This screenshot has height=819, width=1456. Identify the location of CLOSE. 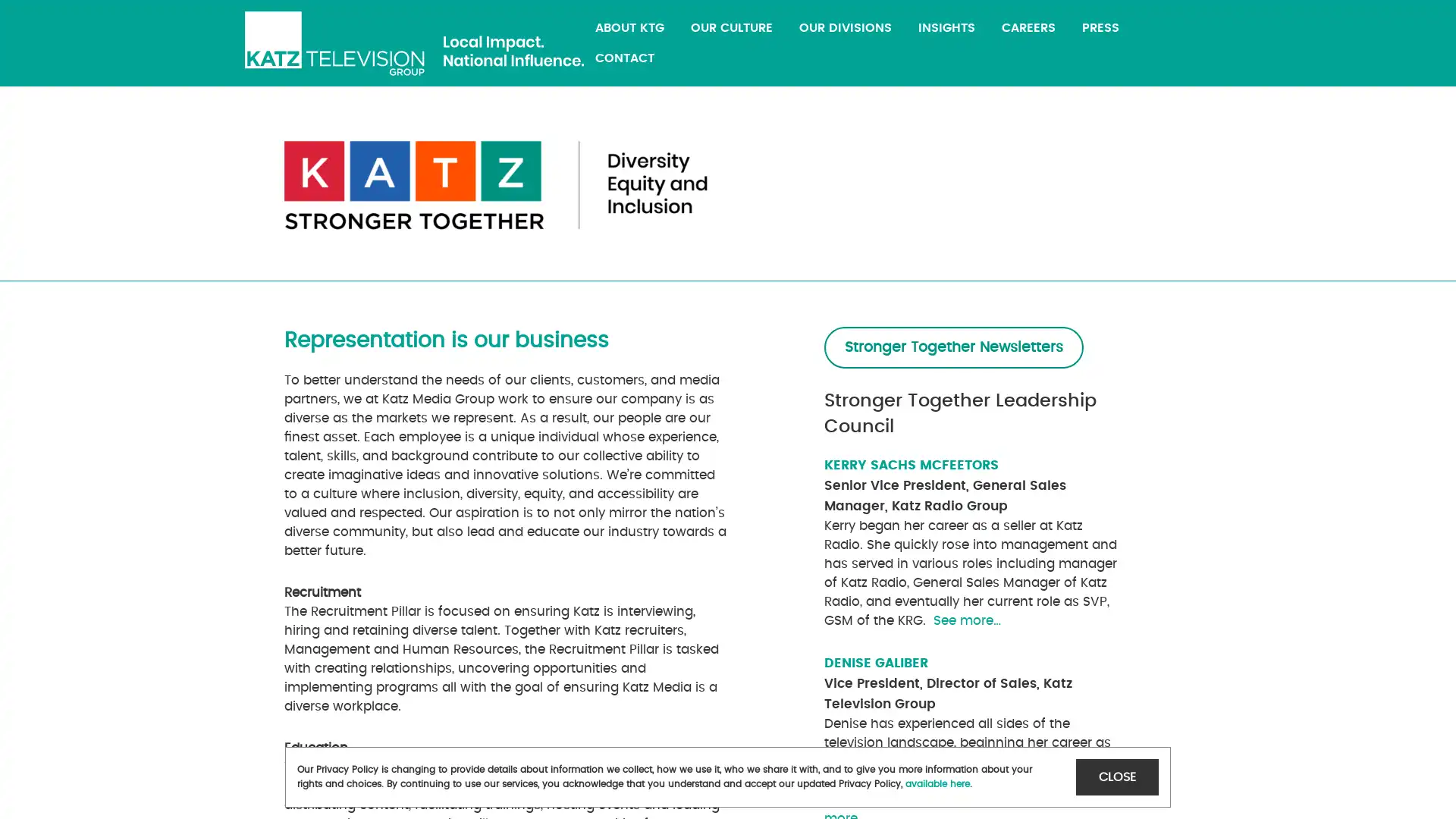
(1117, 777).